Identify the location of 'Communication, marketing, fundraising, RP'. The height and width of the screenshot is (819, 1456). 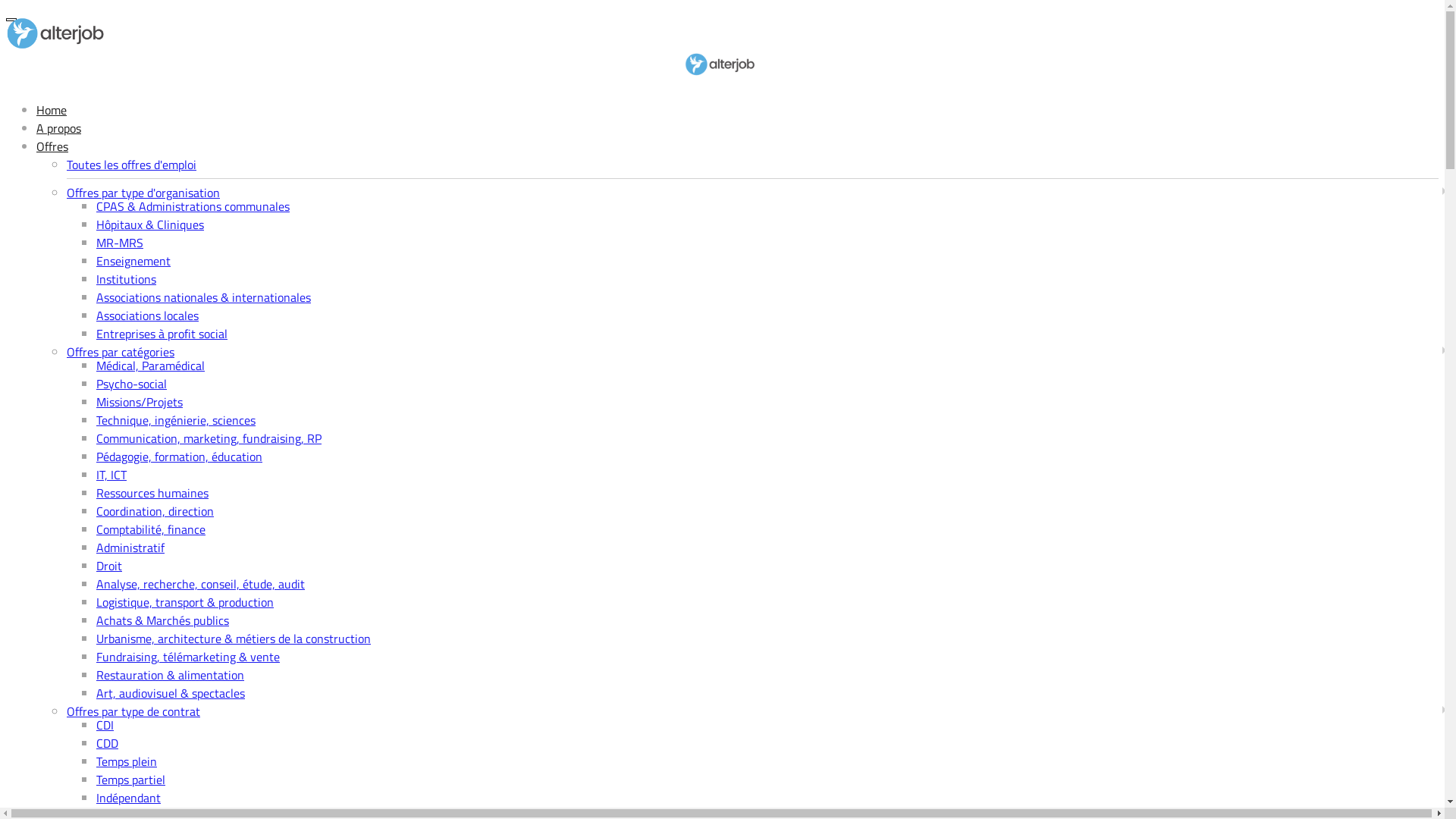
(208, 438).